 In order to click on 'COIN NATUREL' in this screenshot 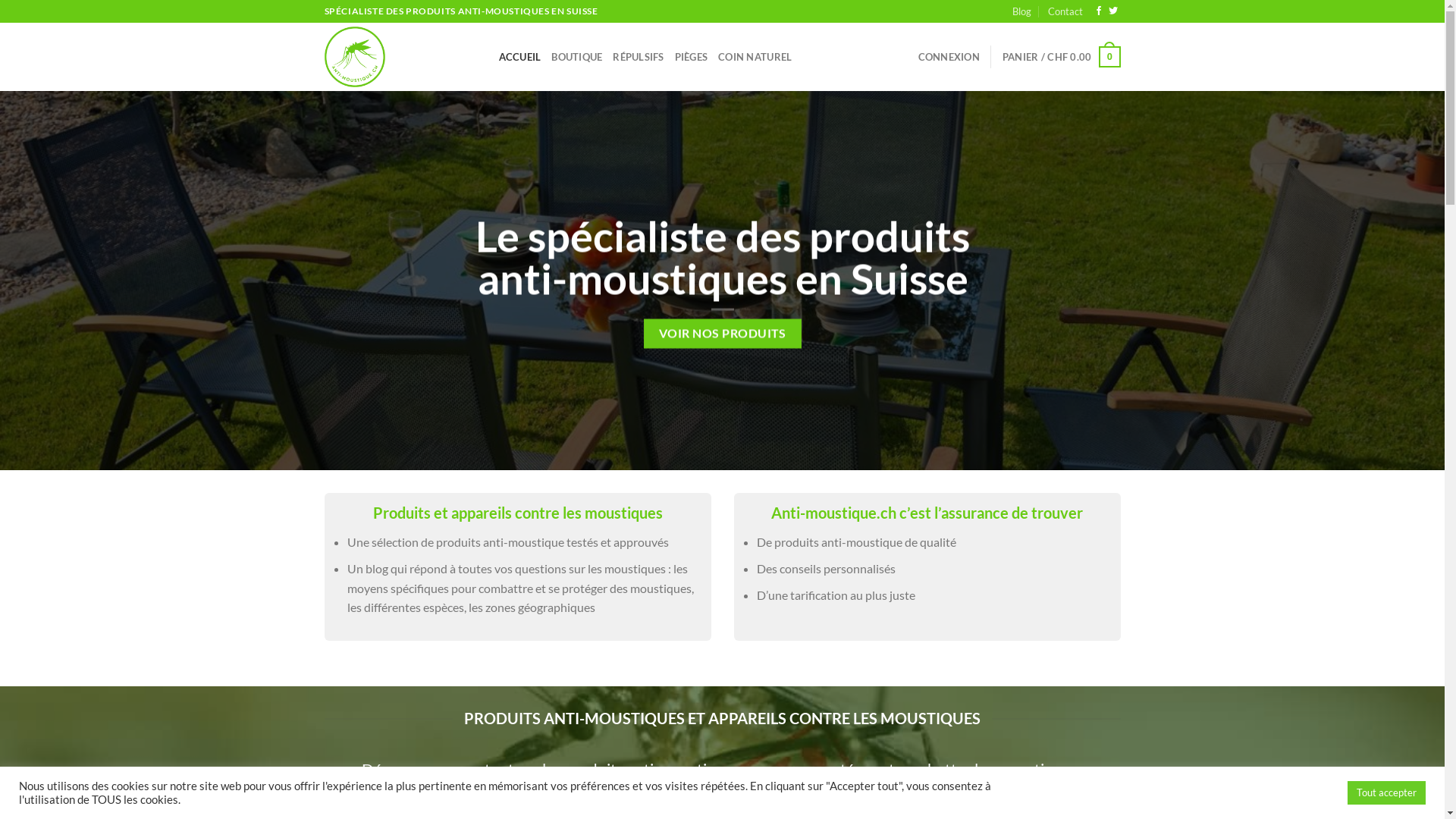, I will do `click(755, 55)`.